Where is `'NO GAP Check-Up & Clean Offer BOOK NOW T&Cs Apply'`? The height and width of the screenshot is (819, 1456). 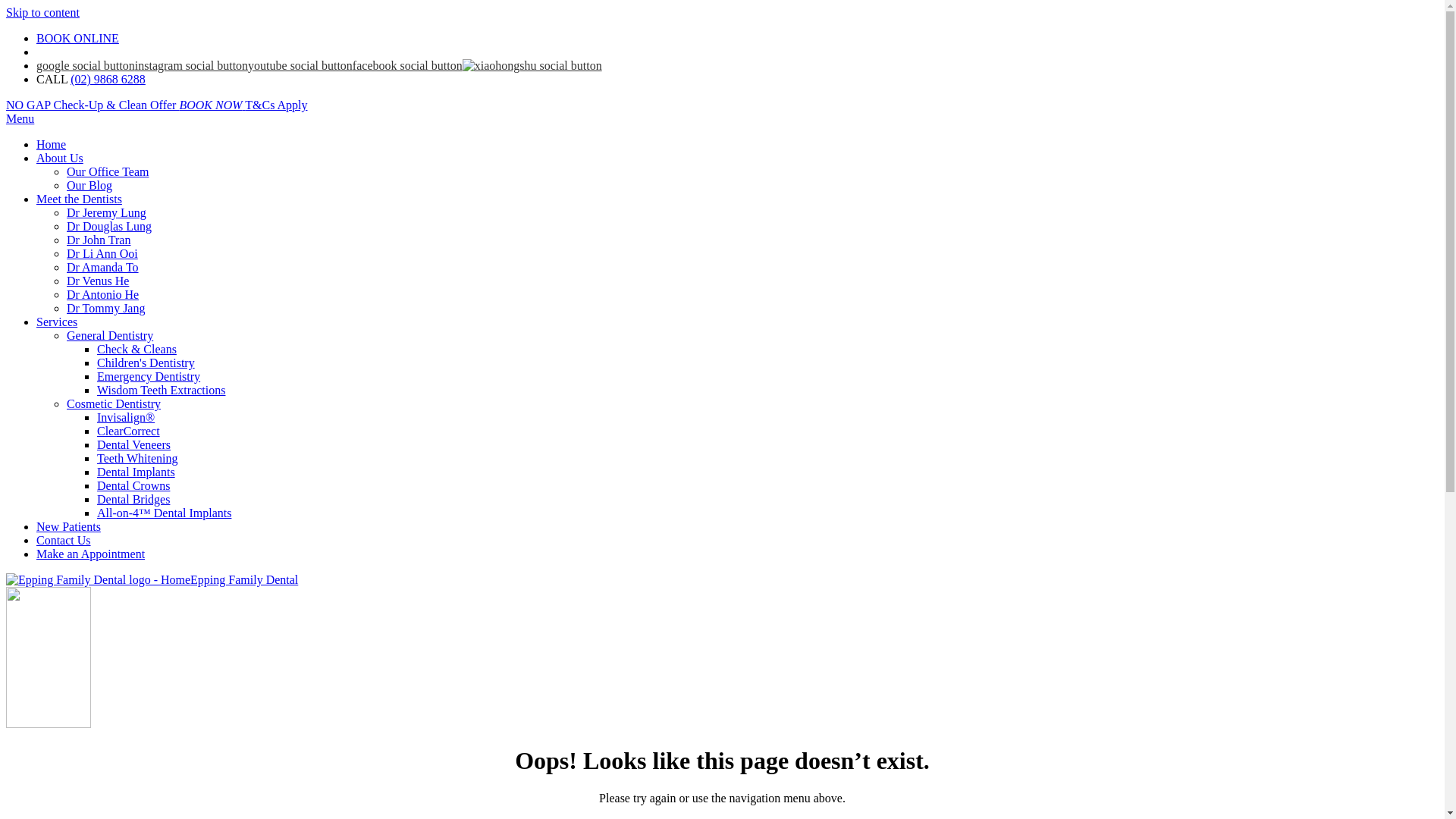 'NO GAP Check-Up & Clean Offer BOOK NOW T&Cs Apply' is located at coordinates (6, 104).